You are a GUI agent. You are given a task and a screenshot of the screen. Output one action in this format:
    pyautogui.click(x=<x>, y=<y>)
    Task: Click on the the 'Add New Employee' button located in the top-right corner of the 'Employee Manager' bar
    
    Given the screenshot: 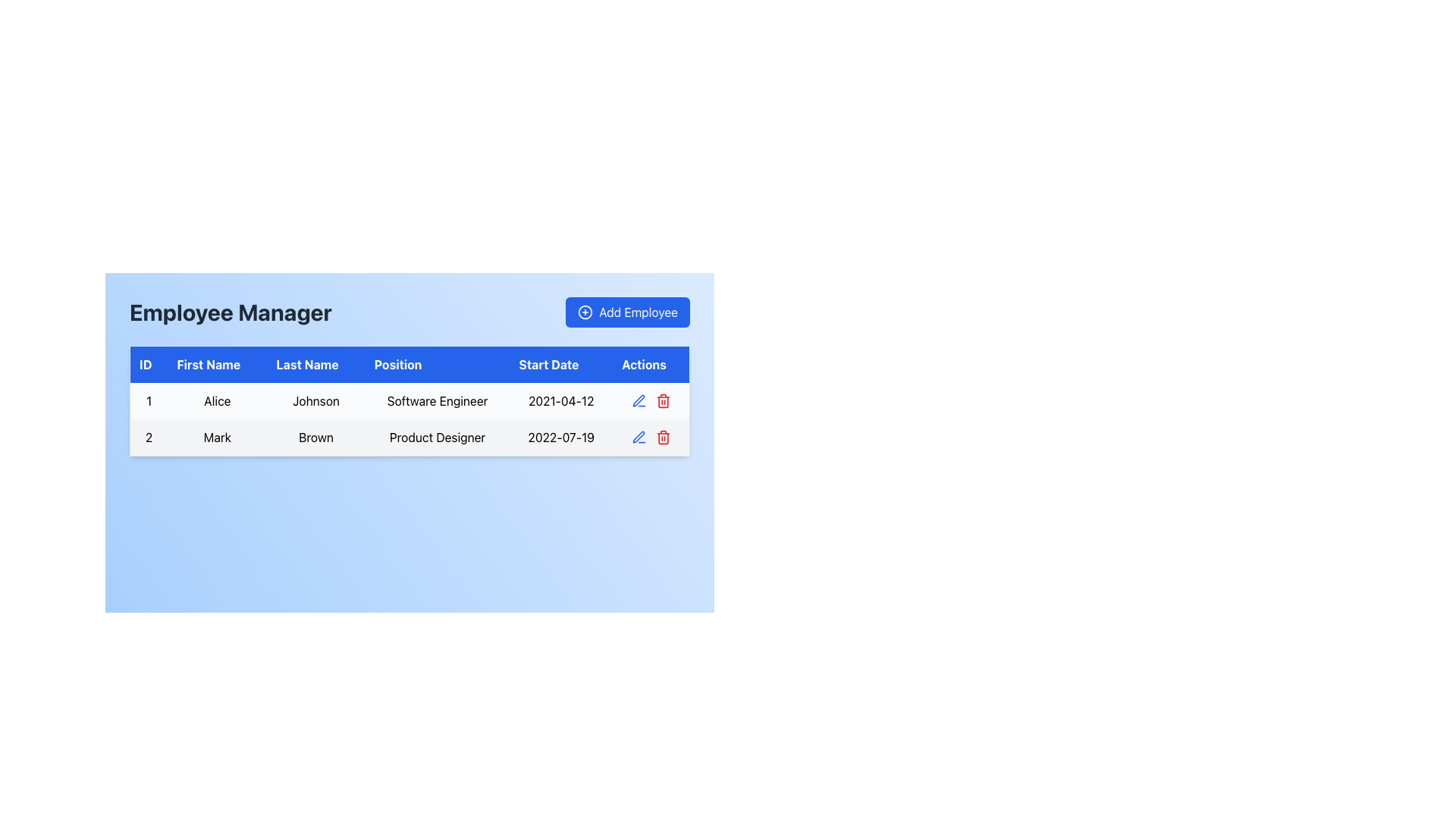 What is the action you would take?
    pyautogui.click(x=628, y=312)
    